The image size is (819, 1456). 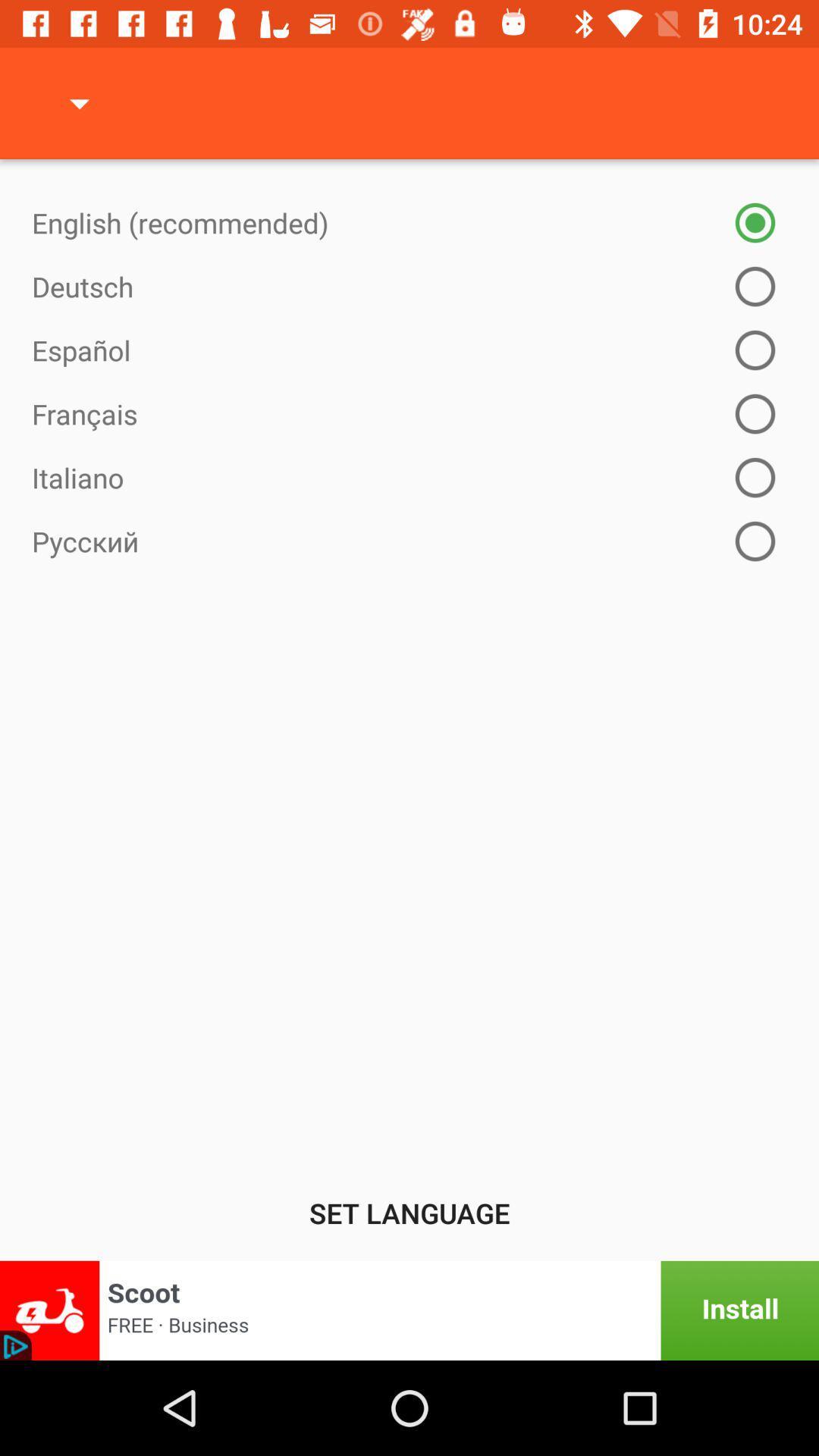 What do you see at coordinates (409, 1212) in the screenshot?
I see `set language item` at bounding box center [409, 1212].